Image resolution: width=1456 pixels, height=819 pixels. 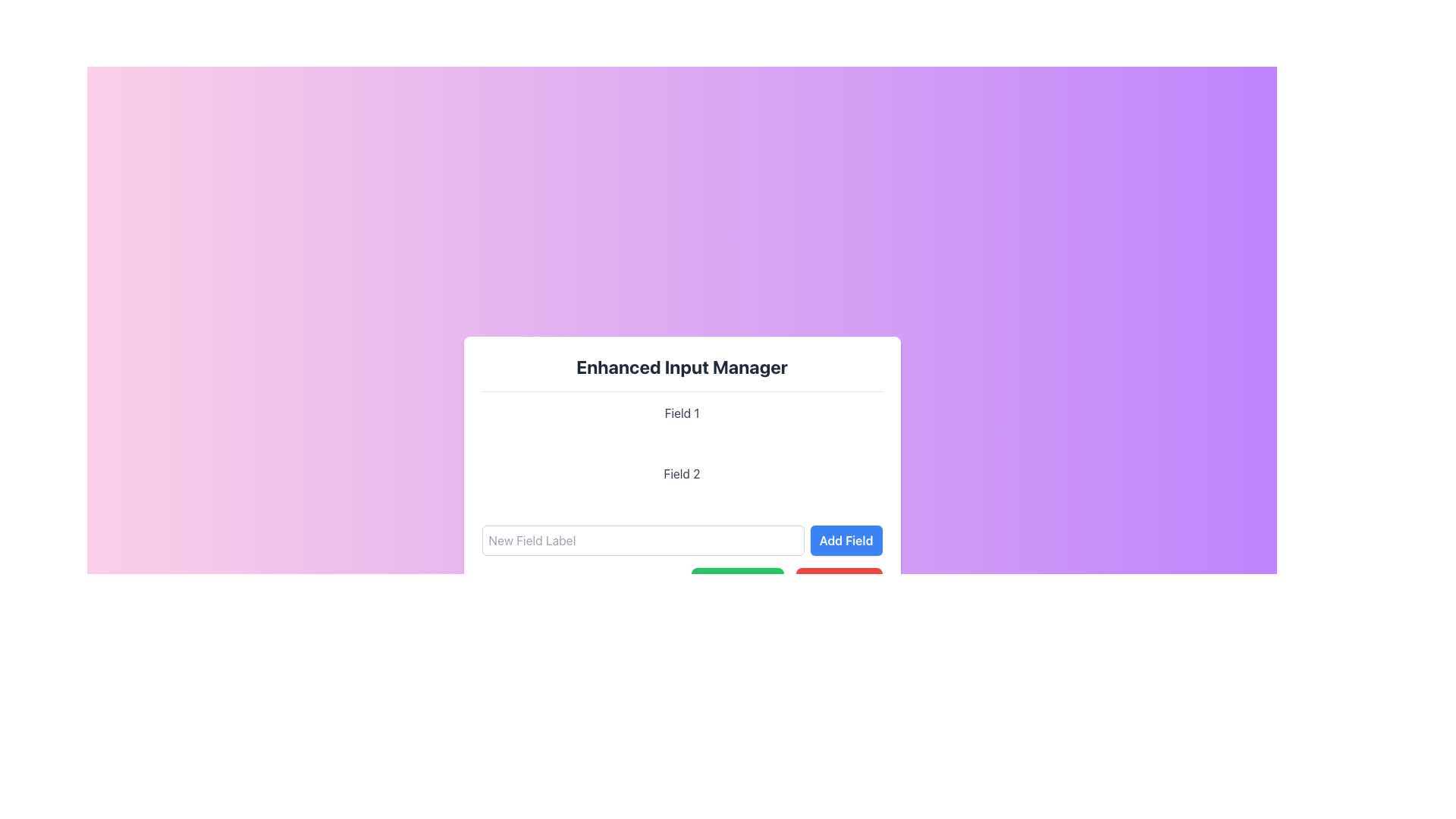 What do you see at coordinates (681, 413) in the screenshot?
I see `the text label displaying 'Field 1' which is styled in gray color and positioned at the top-center of the white card interface` at bounding box center [681, 413].